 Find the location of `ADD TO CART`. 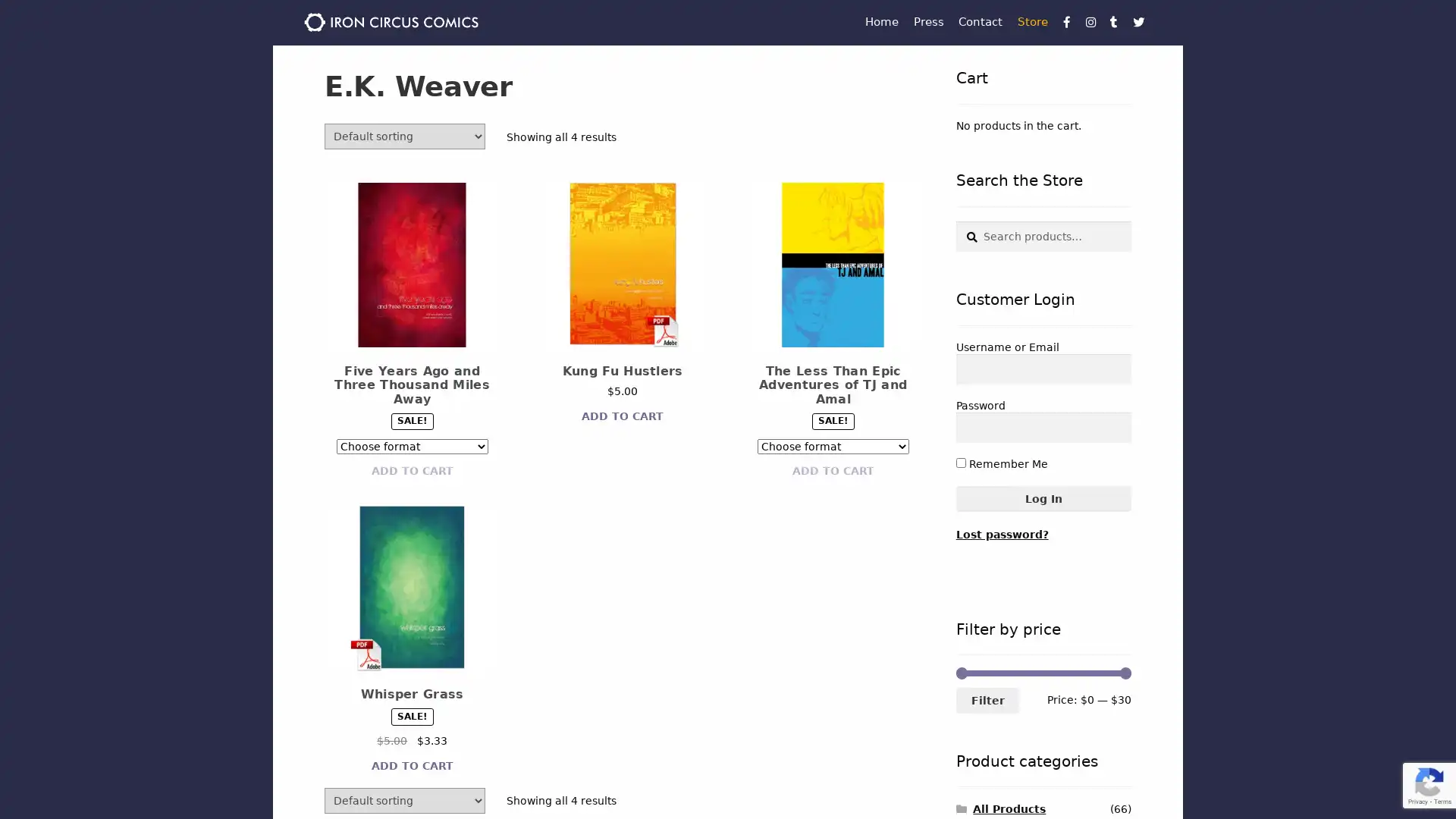

ADD TO CART is located at coordinates (832, 470).